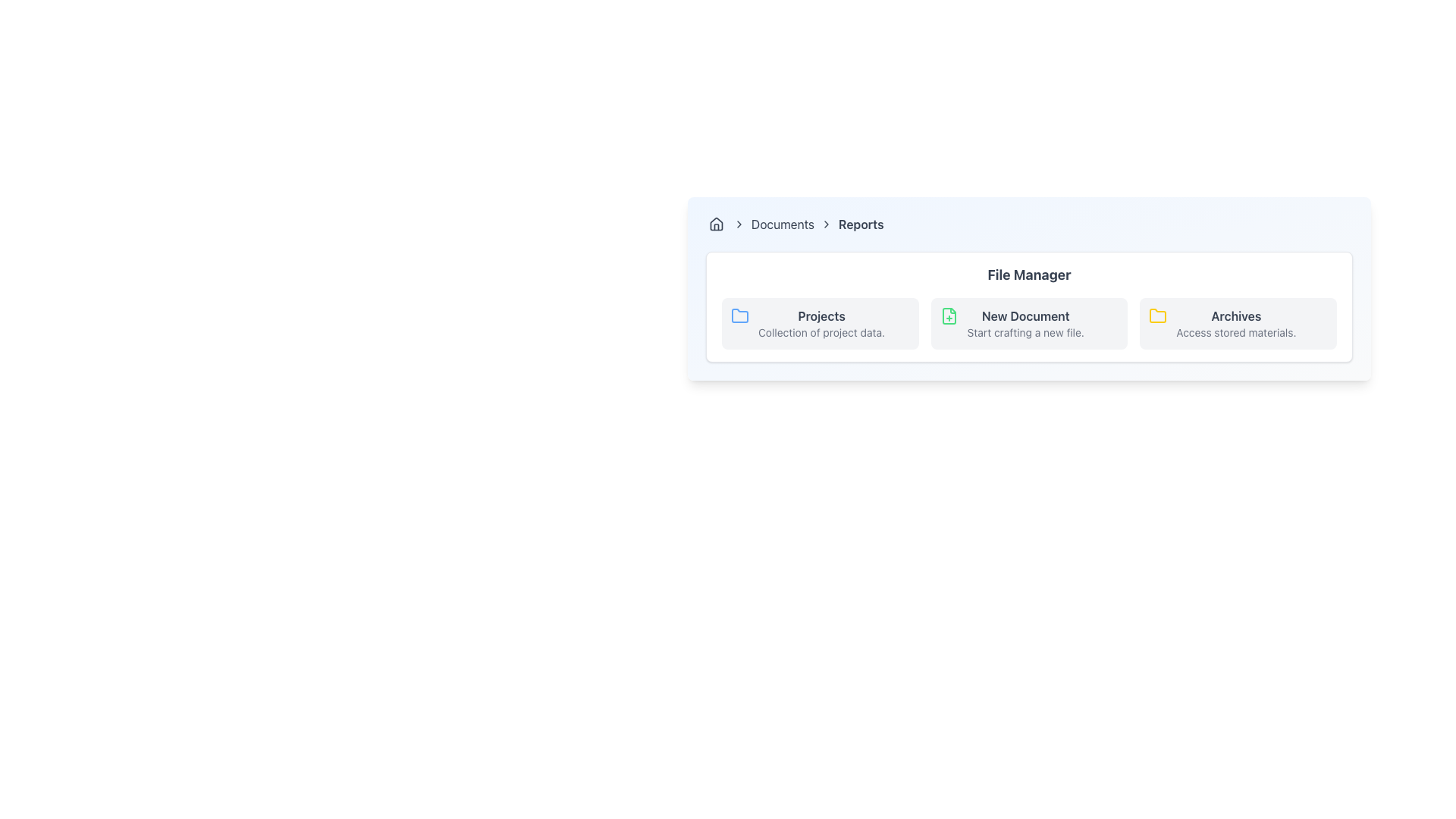 This screenshot has width=1456, height=819. I want to click on the text label that reads 'Start crafting a new file.' which is styled in light gray color and located below the 'New Document' label in the File Manager interface, so click(1025, 332).